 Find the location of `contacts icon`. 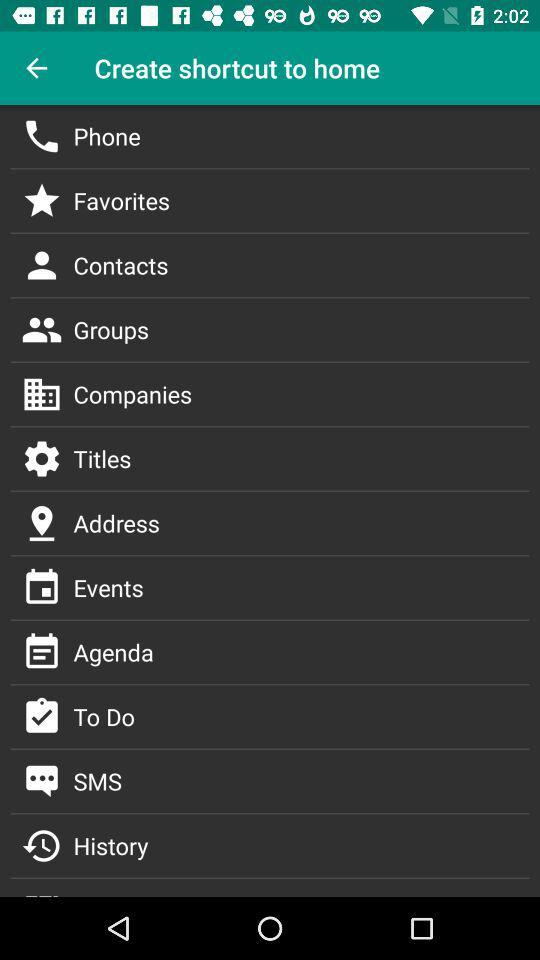

contacts icon is located at coordinates (42, 264).